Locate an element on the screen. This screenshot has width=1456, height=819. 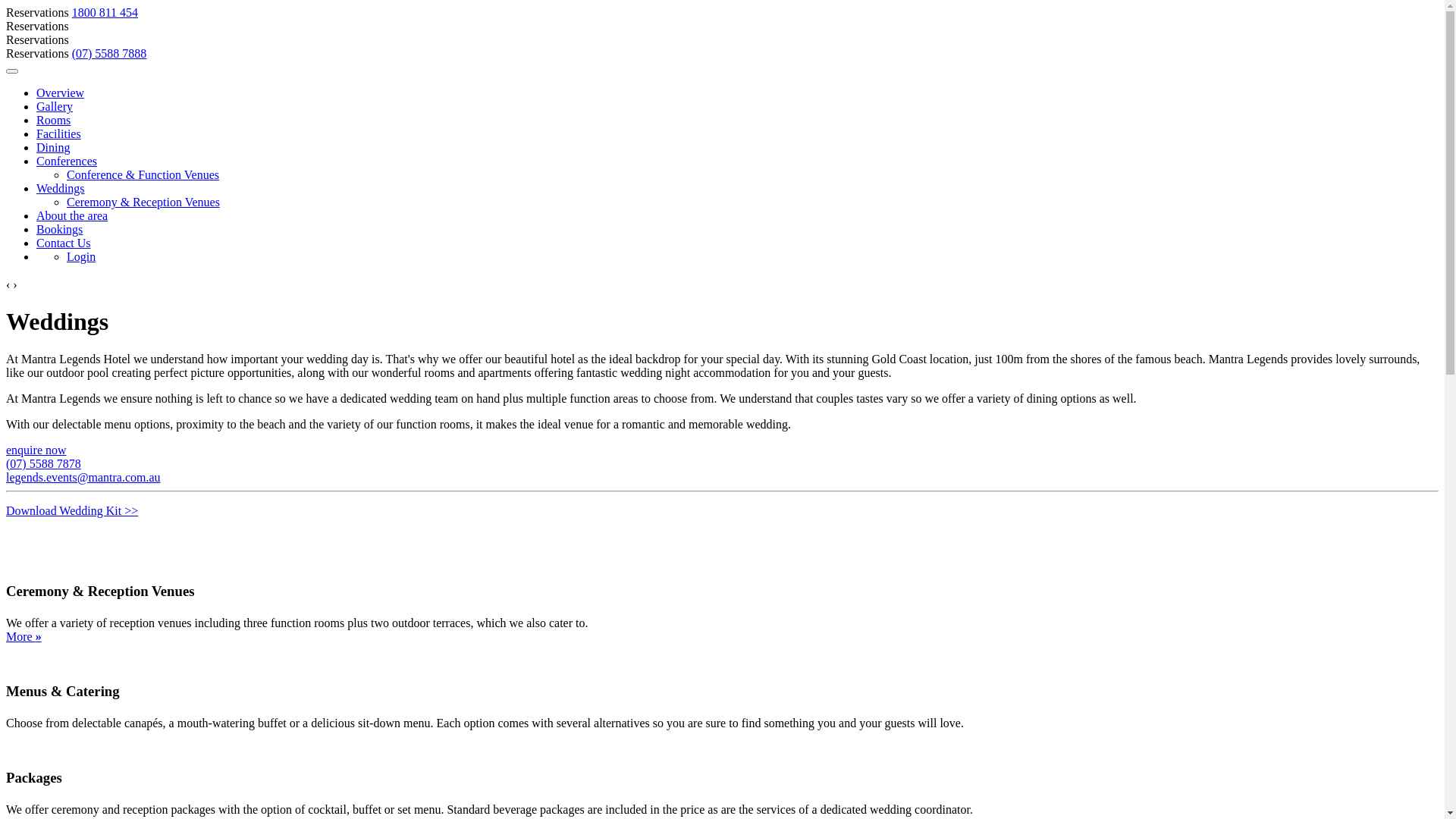
'legends.events@mantra.com.au' is located at coordinates (83, 476).